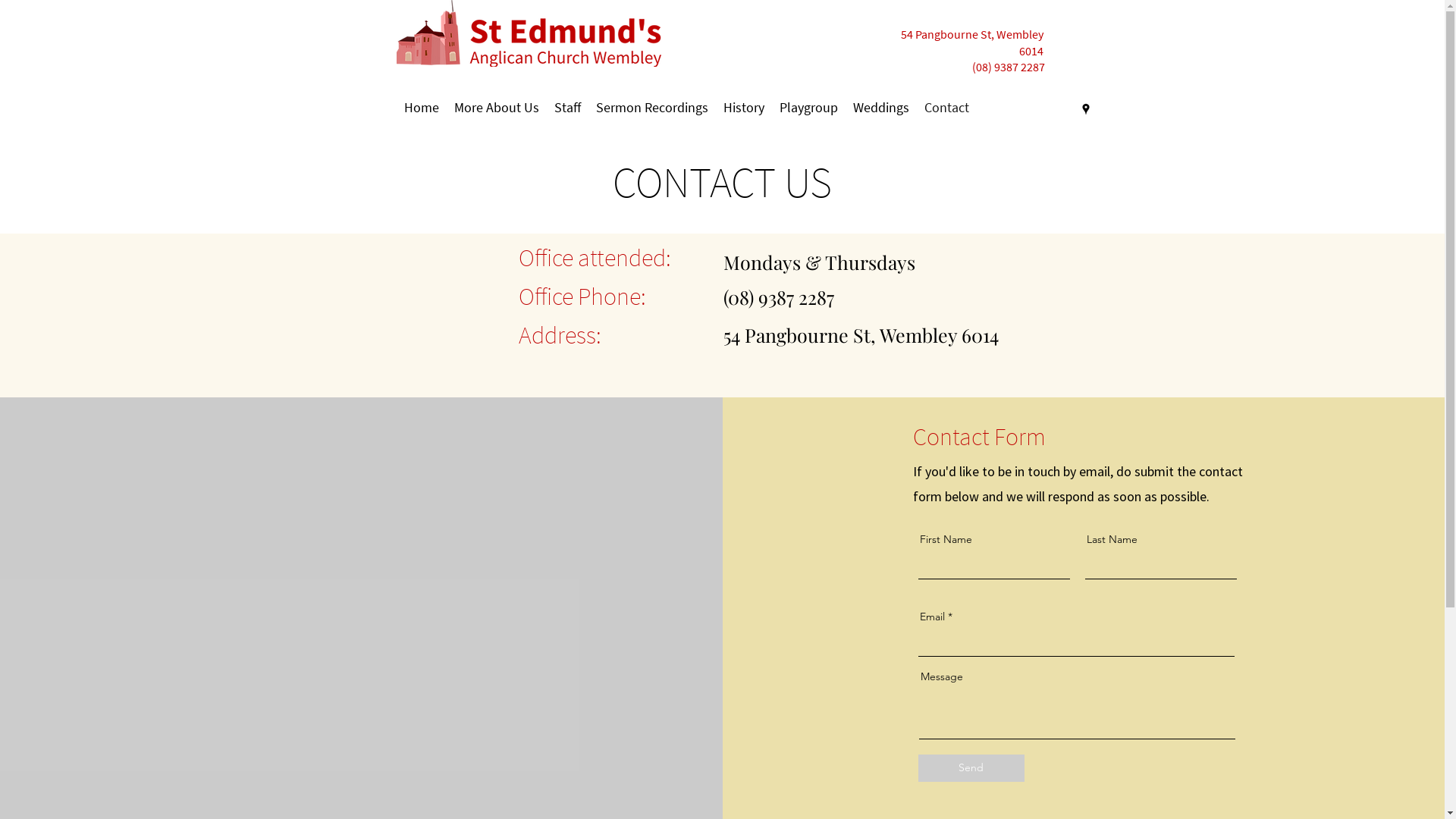 The height and width of the screenshot is (819, 1456). I want to click on 'More About Us', so click(445, 107).